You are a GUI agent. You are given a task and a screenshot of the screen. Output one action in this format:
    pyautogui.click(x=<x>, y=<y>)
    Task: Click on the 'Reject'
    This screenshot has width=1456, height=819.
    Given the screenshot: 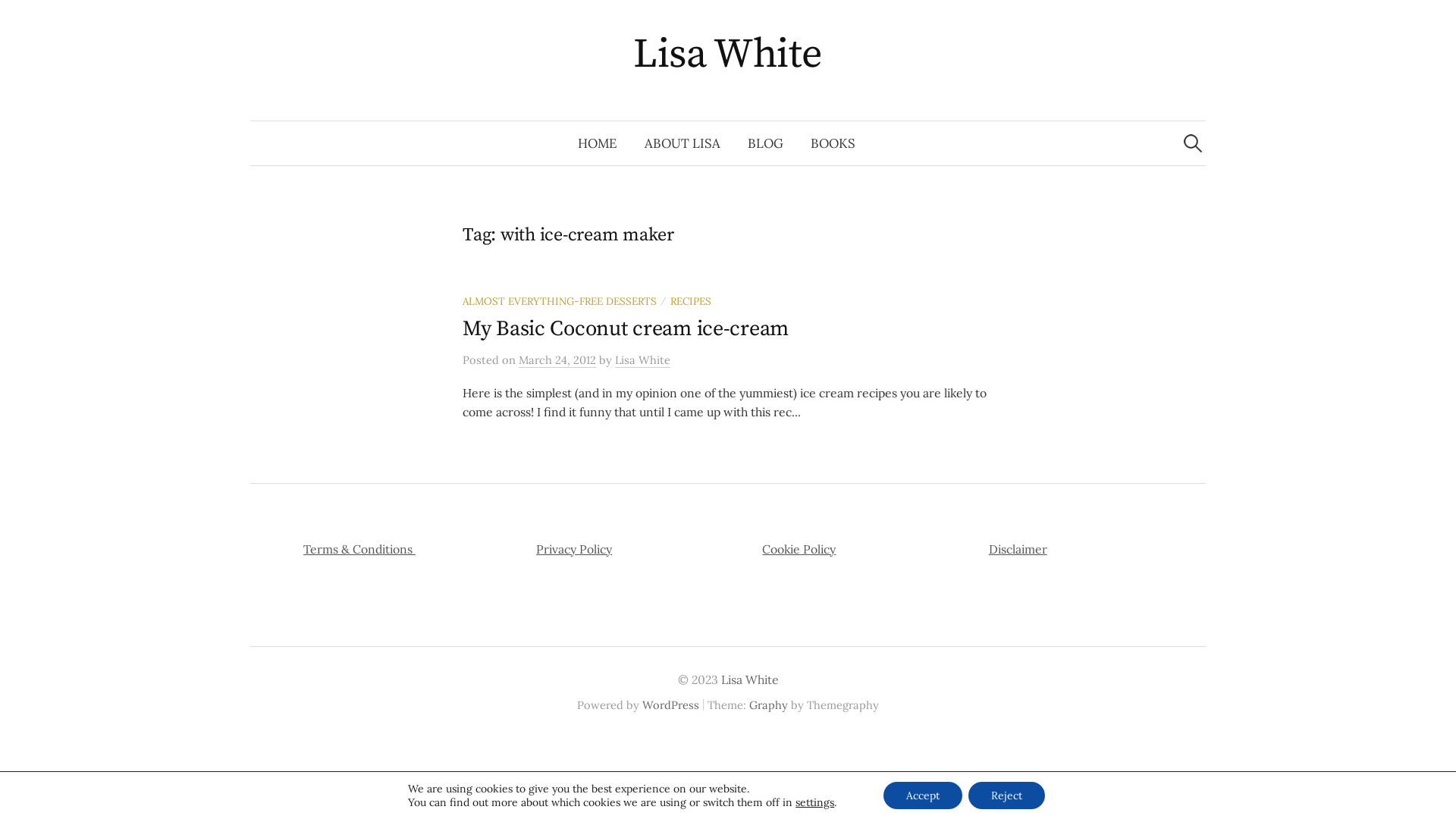 What is the action you would take?
    pyautogui.click(x=1006, y=795)
    